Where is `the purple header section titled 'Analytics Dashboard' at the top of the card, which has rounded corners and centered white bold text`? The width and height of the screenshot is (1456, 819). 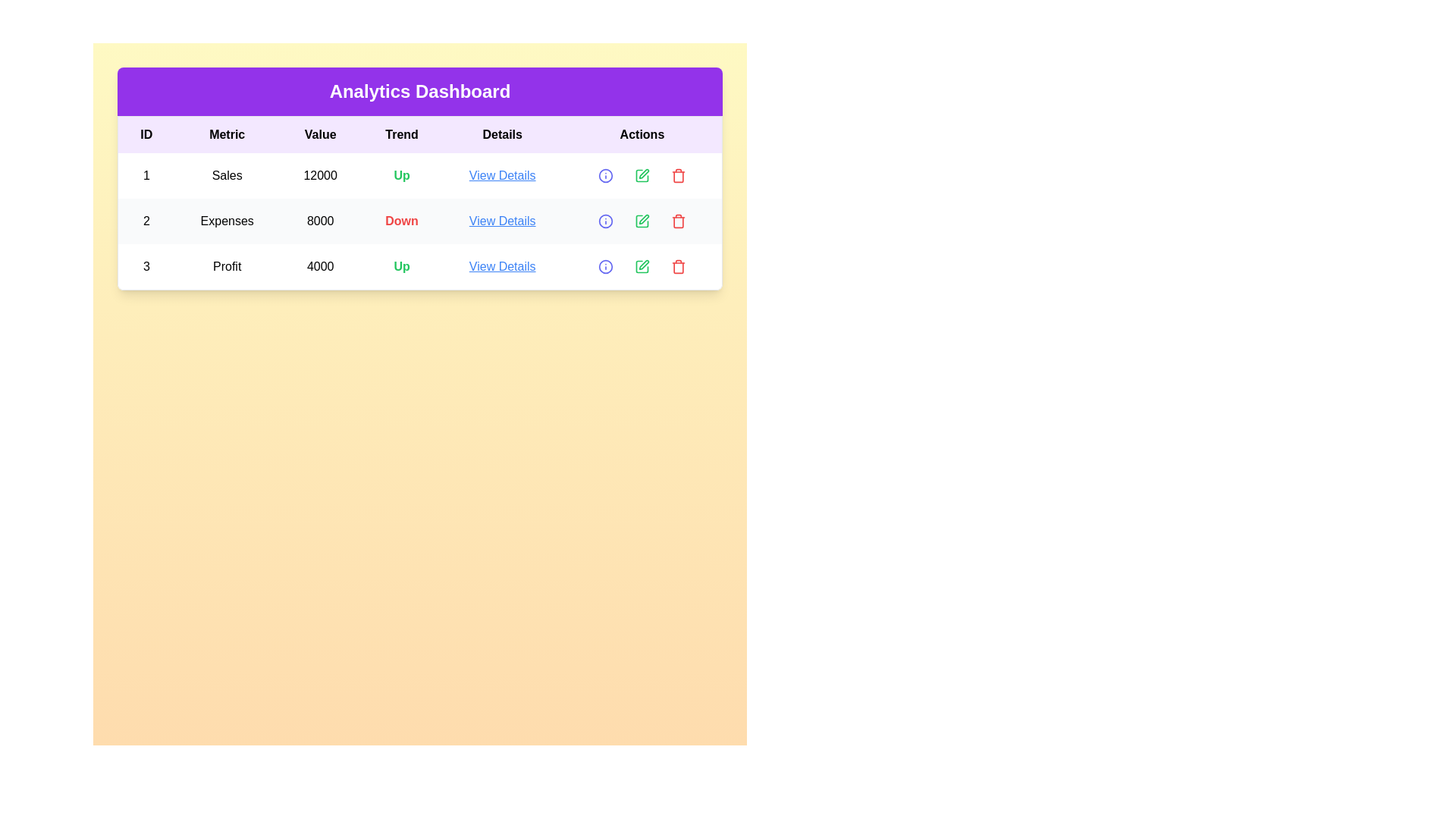 the purple header section titled 'Analytics Dashboard' at the top of the card, which has rounded corners and centered white bold text is located at coordinates (419, 91).